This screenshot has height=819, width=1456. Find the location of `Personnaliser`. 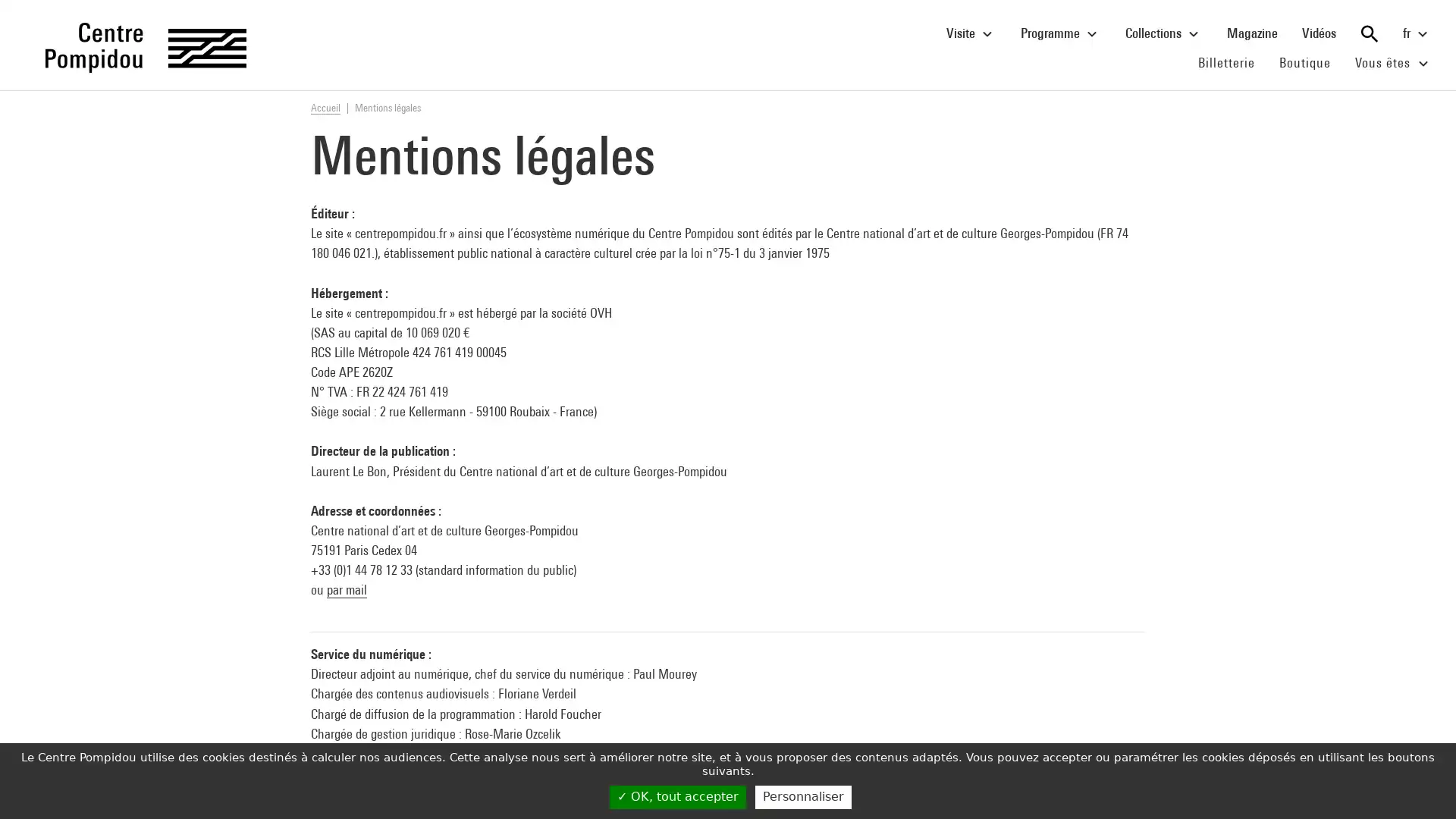

Personnaliser is located at coordinates (802, 796).